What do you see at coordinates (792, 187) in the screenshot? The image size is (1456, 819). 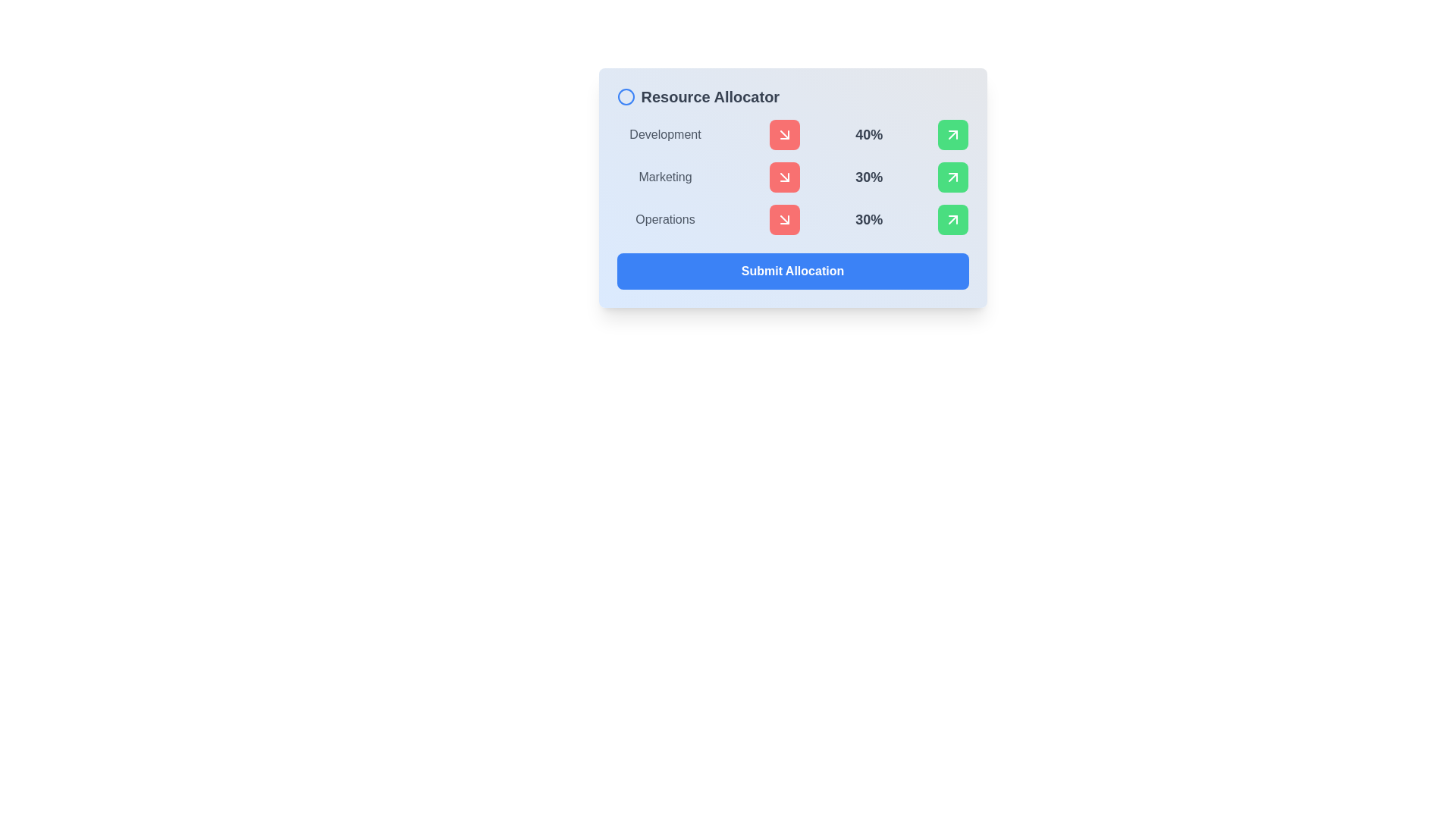 I see `the 'Marketing' button in the Resource Allocator panel` at bounding box center [792, 187].